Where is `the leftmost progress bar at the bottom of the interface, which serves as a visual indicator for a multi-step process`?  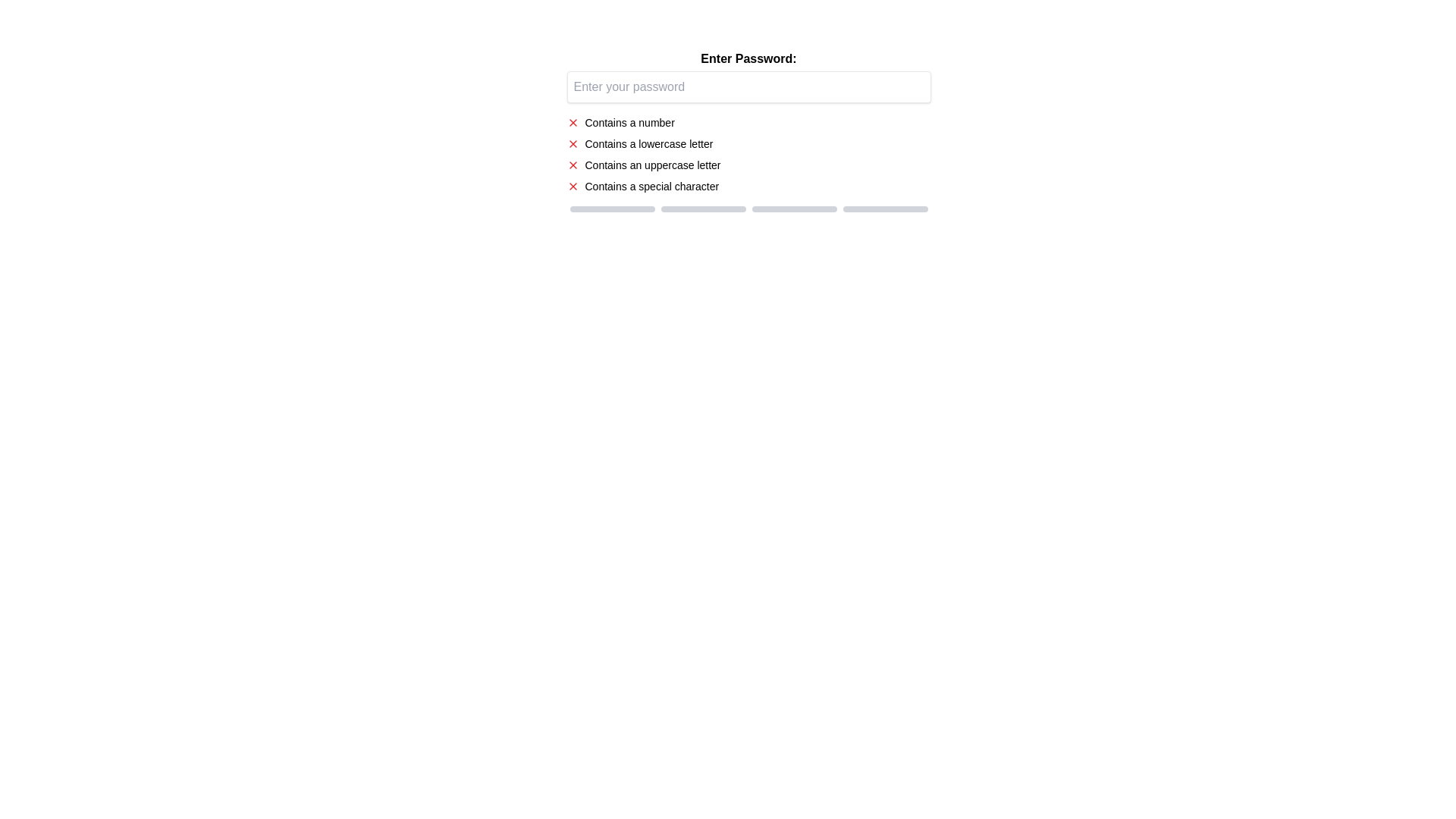 the leftmost progress bar at the bottom of the interface, which serves as a visual indicator for a multi-step process is located at coordinates (612, 209).